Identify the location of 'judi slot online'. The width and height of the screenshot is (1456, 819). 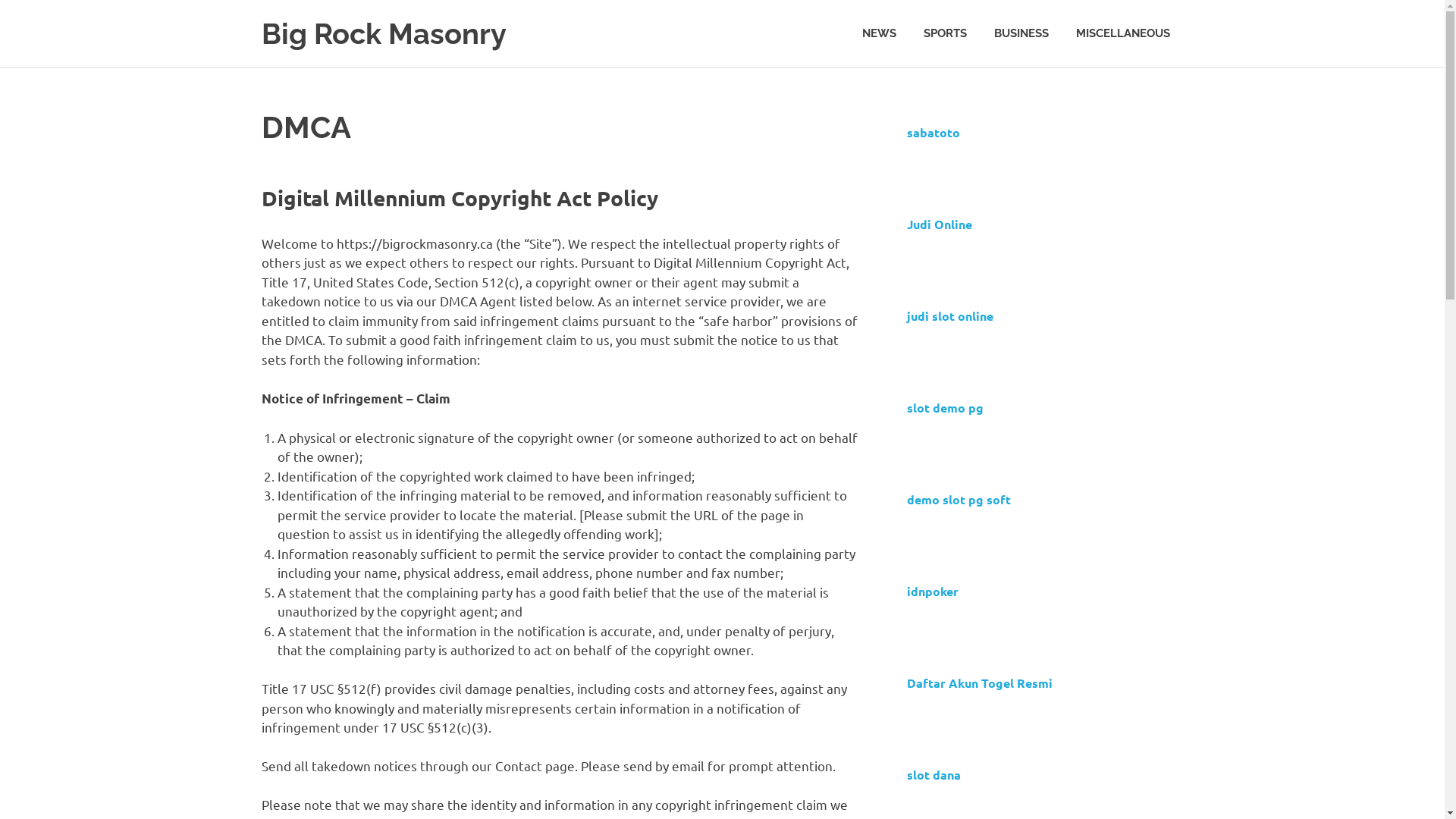
(949, 315).